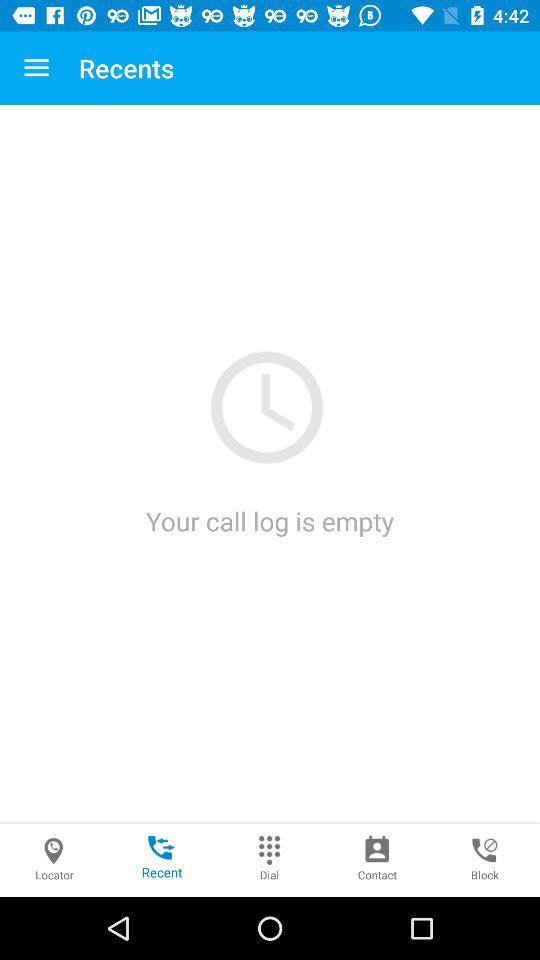 The image size is (540, 960). I want to click on the item to the left of the recents app, so click(36, 68).